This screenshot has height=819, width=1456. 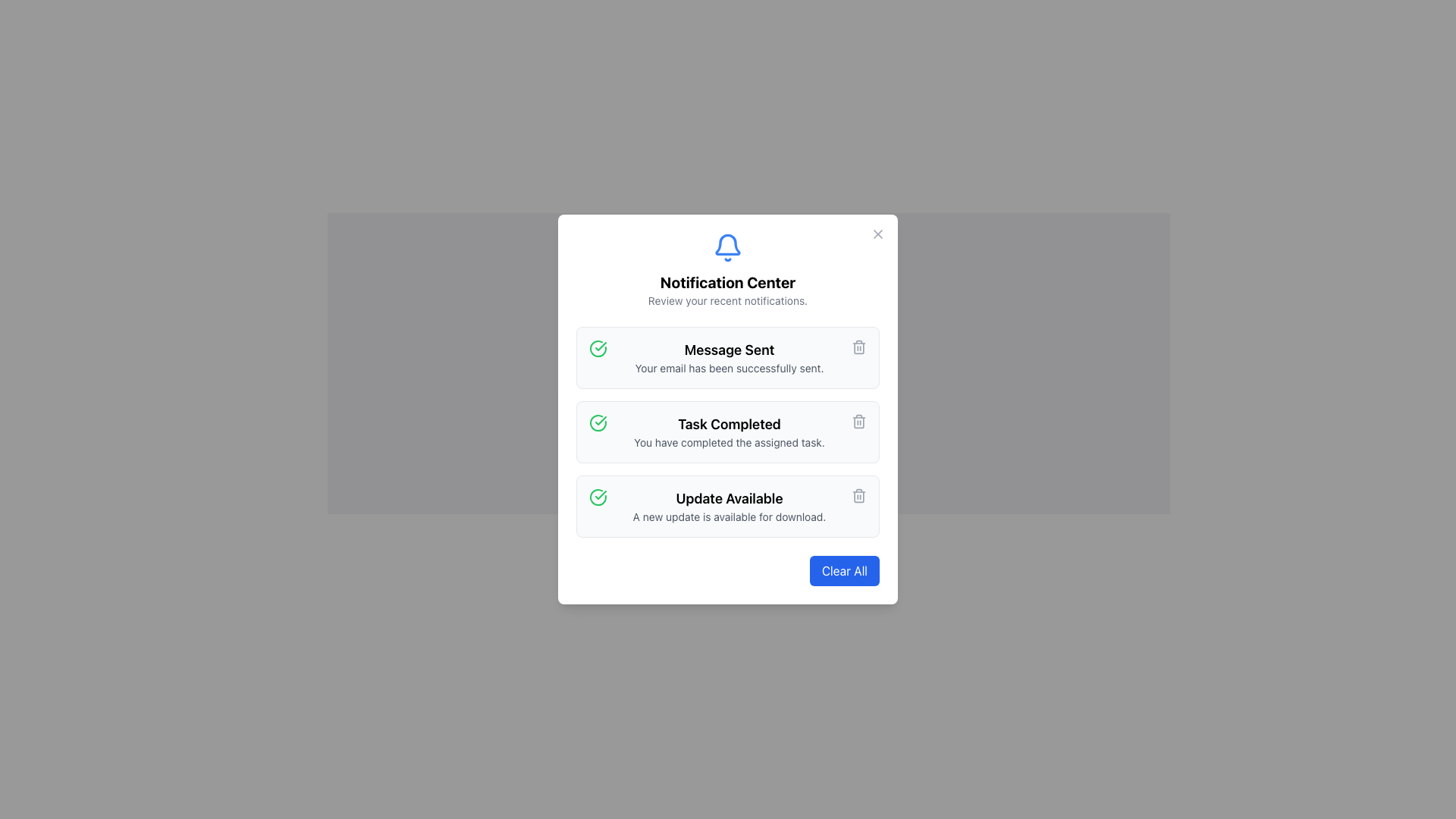 I want to click on the close graphical icon located at the top-right corner of the notification dialog box, so click(x=877, y=234).